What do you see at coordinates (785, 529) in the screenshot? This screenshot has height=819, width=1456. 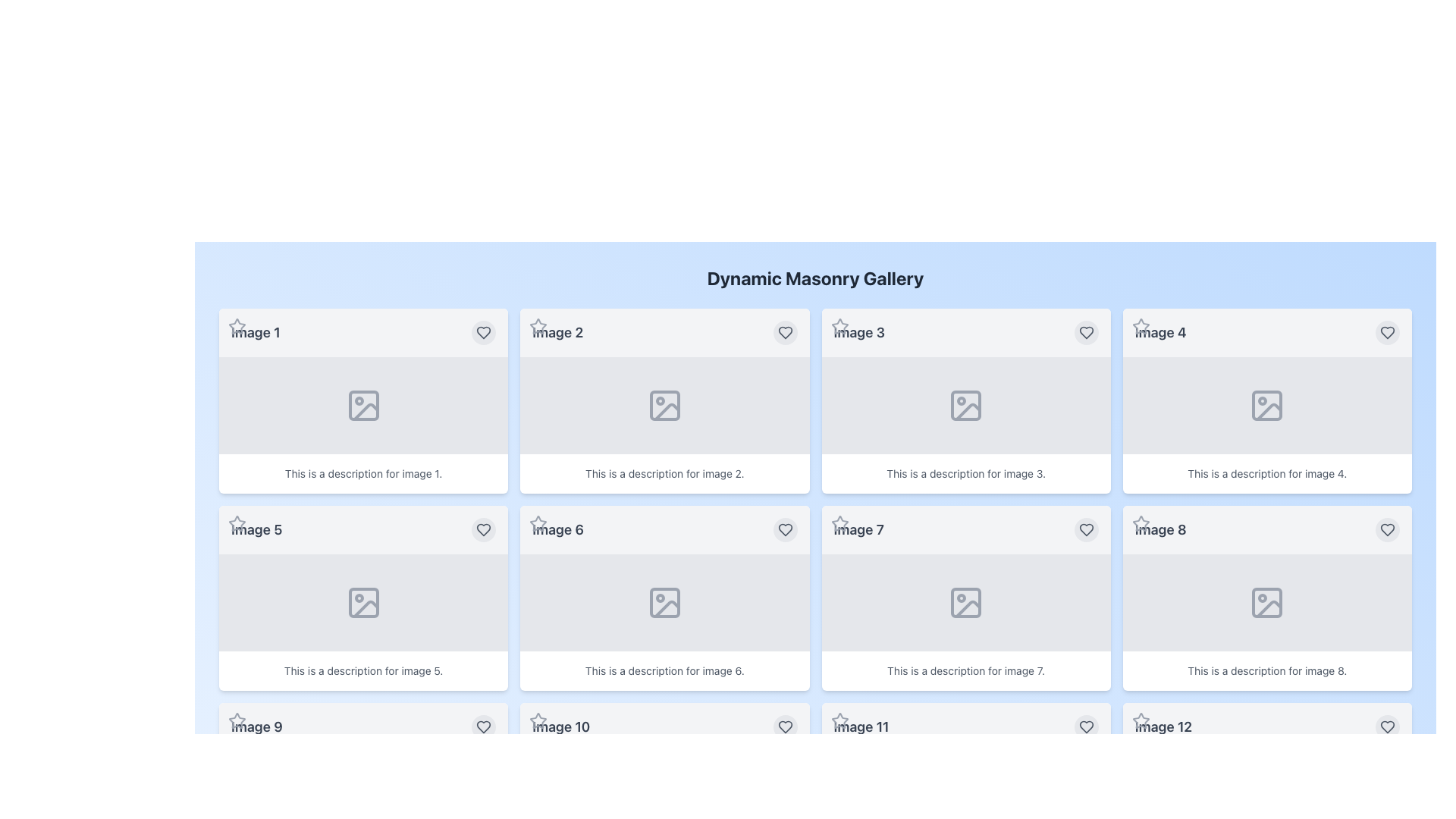 I see `the heart icon button located in the top-right corner of the card labeled 'Image 6' in the Dynamic Masonry Gallery` at bounding box center [785, 529].